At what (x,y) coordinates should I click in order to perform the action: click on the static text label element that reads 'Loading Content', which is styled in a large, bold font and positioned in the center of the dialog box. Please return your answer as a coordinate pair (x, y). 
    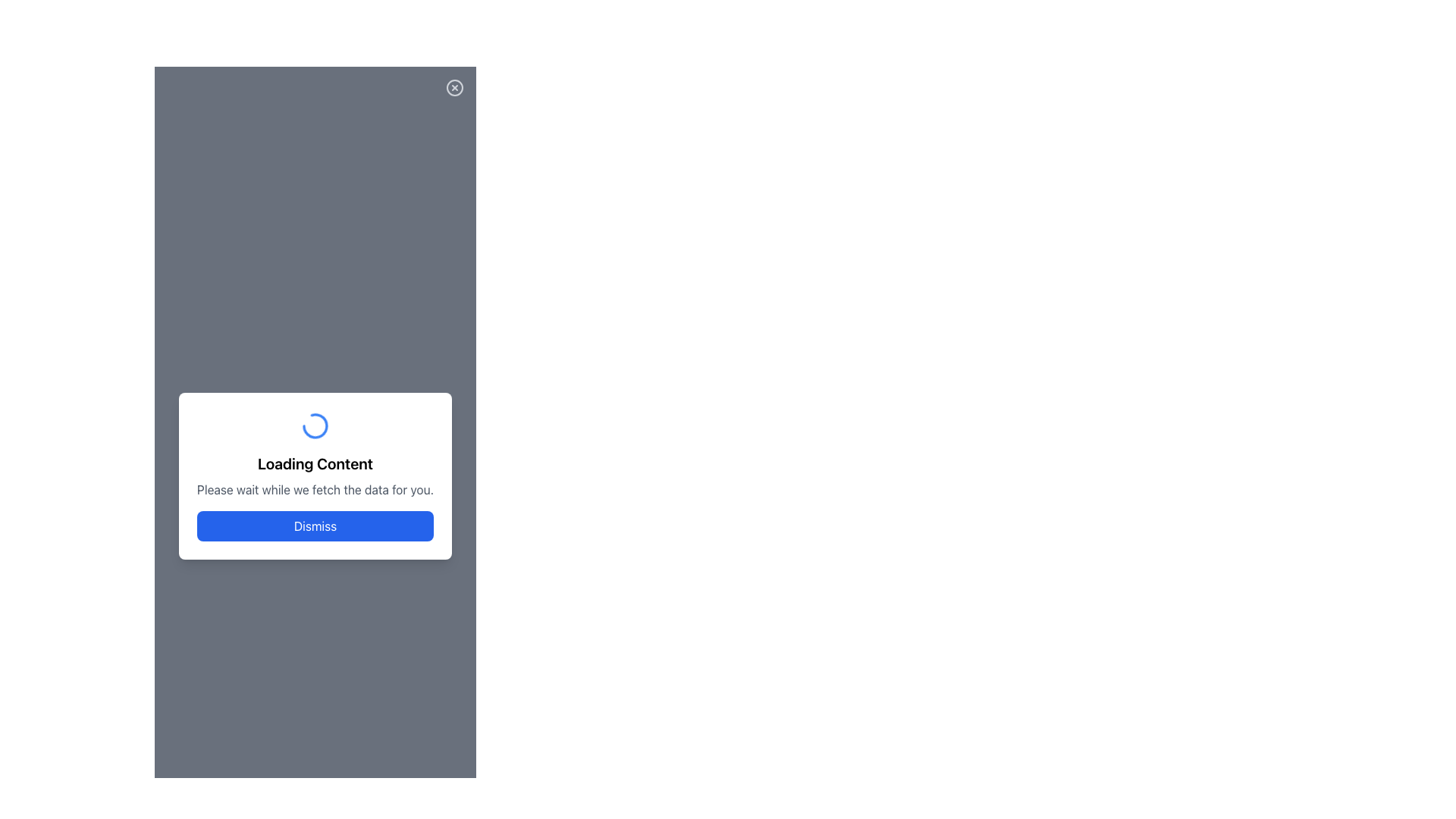
    Looking at the image, I should click on (315, 463).